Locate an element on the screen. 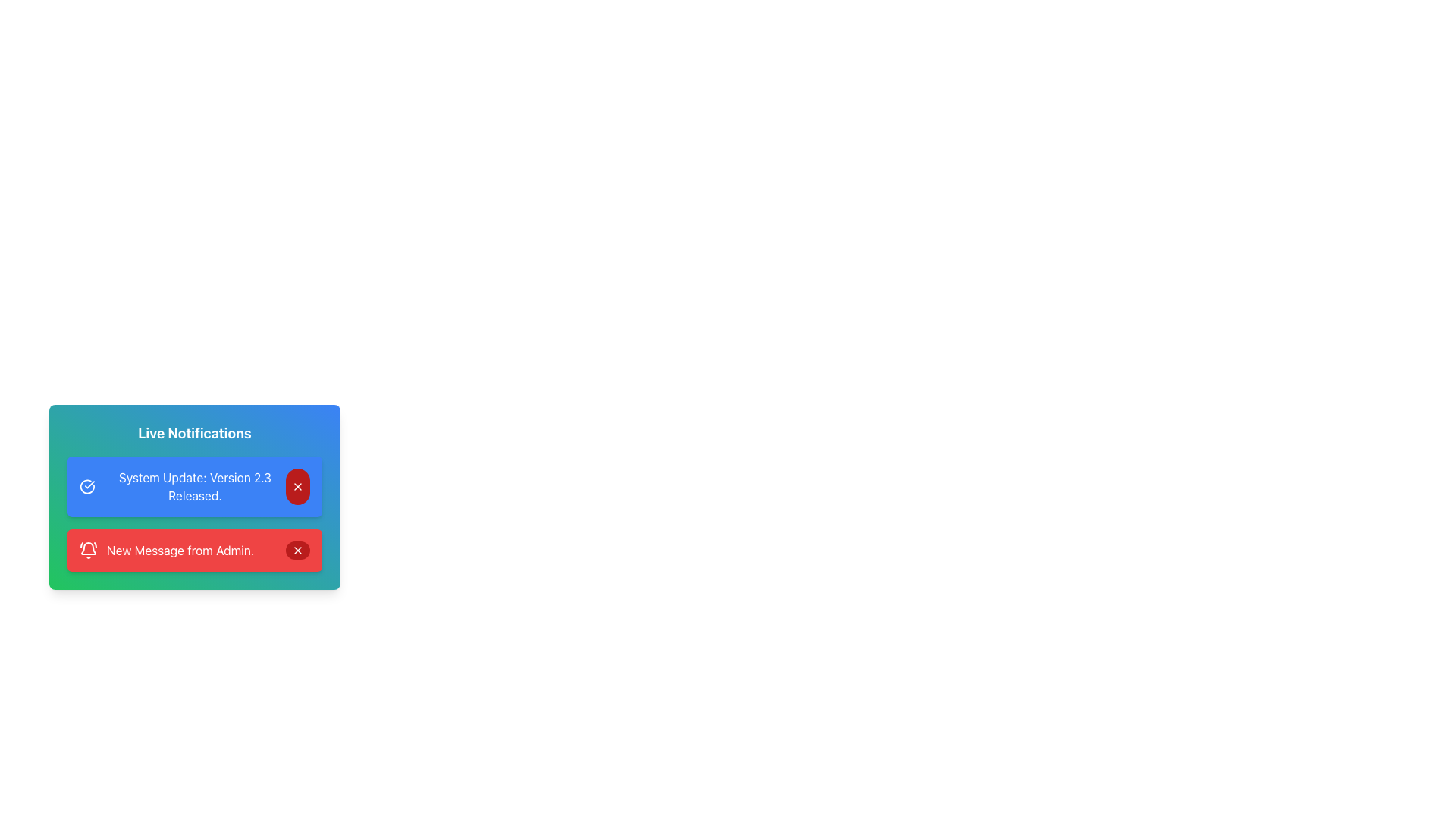 The image size is (1456, 819). the close button located in the top right corner of the notification card that mentions 'System Update: Version 2.3 Released' is located at coordinates (298, 486).